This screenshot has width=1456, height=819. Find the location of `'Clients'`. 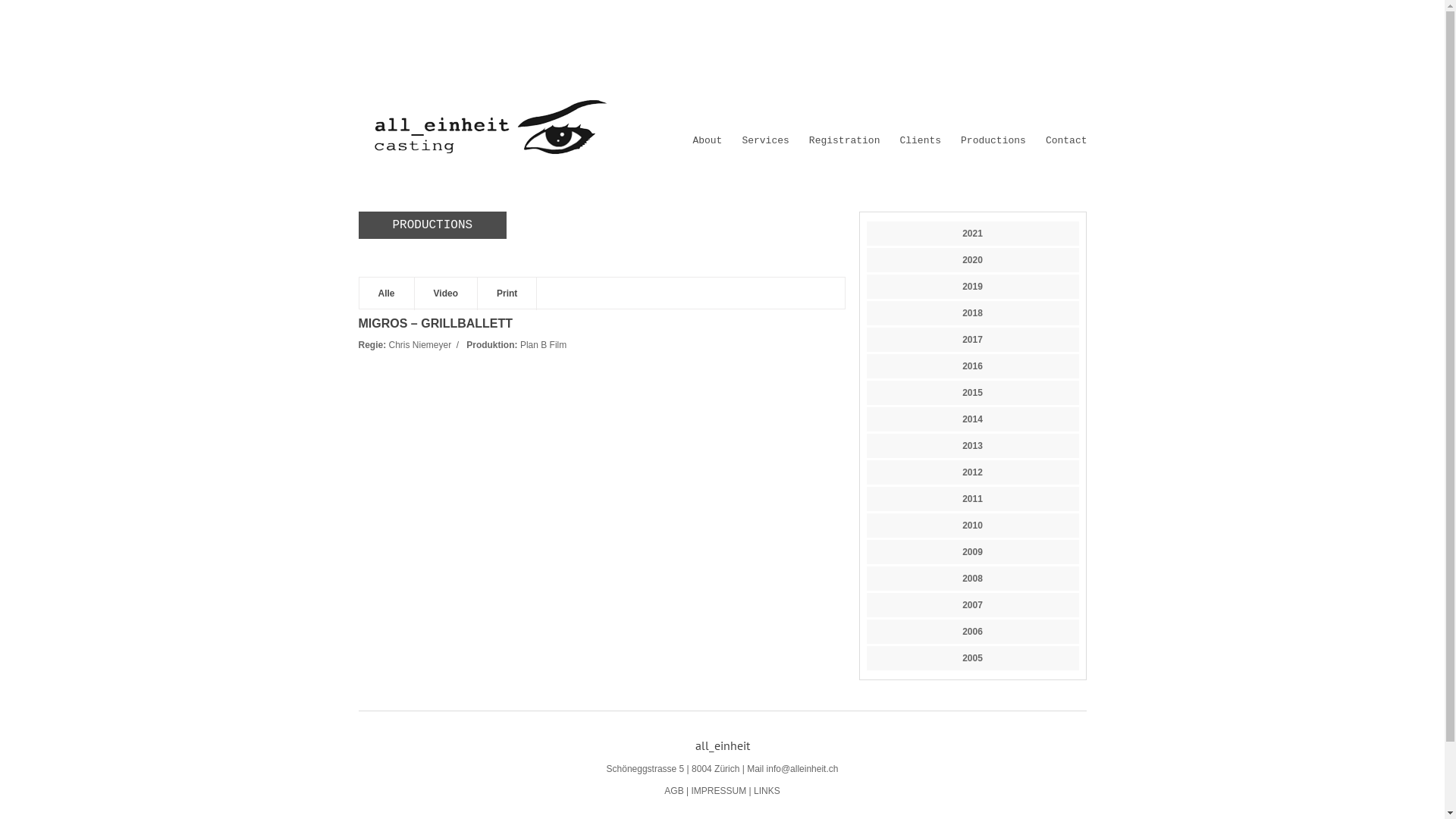

'Clients' is located at coordinates (919, 140).